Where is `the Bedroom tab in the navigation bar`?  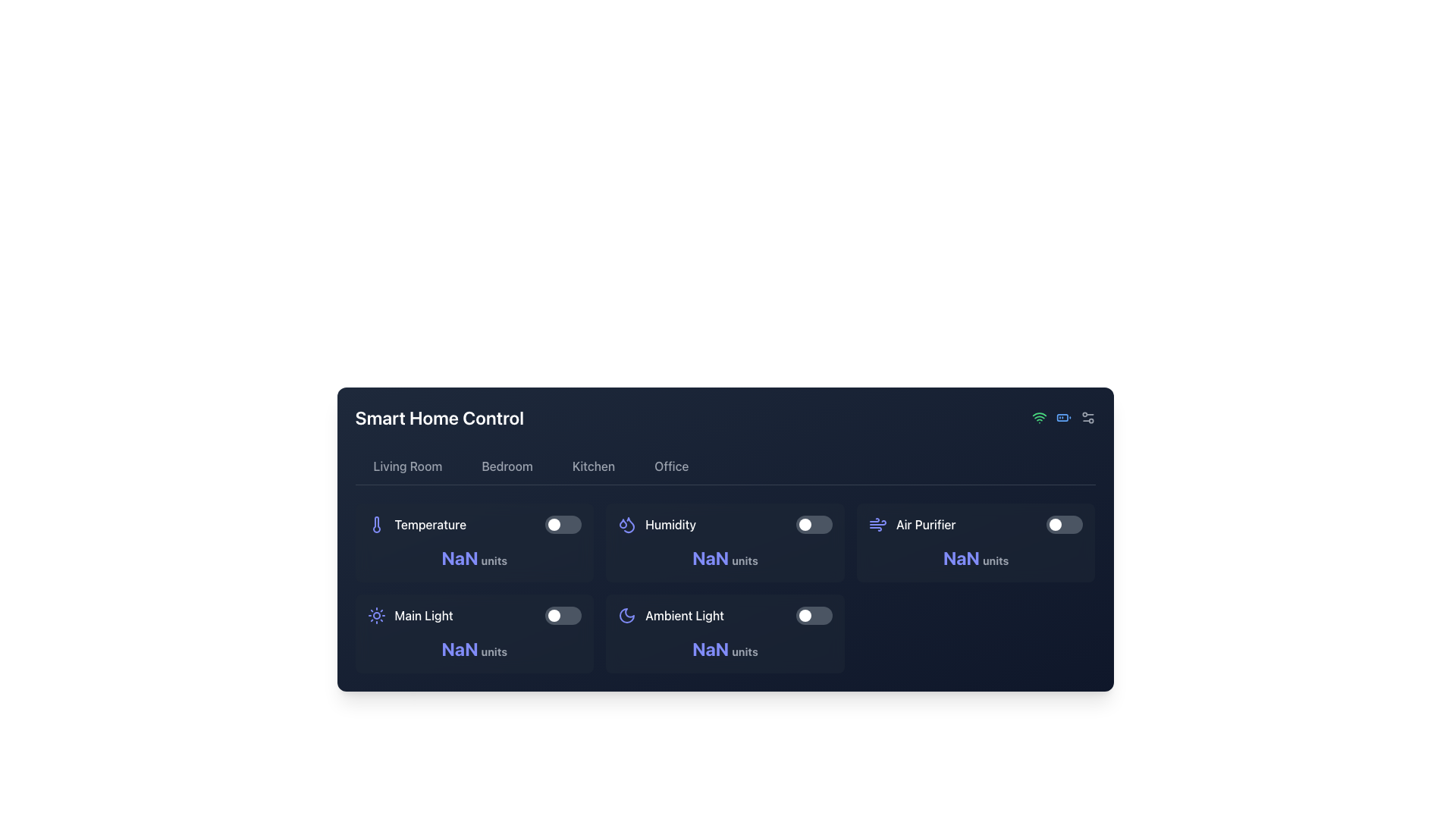
the Bedroom tab in the navigation bar is located at coordinates (507, 465).